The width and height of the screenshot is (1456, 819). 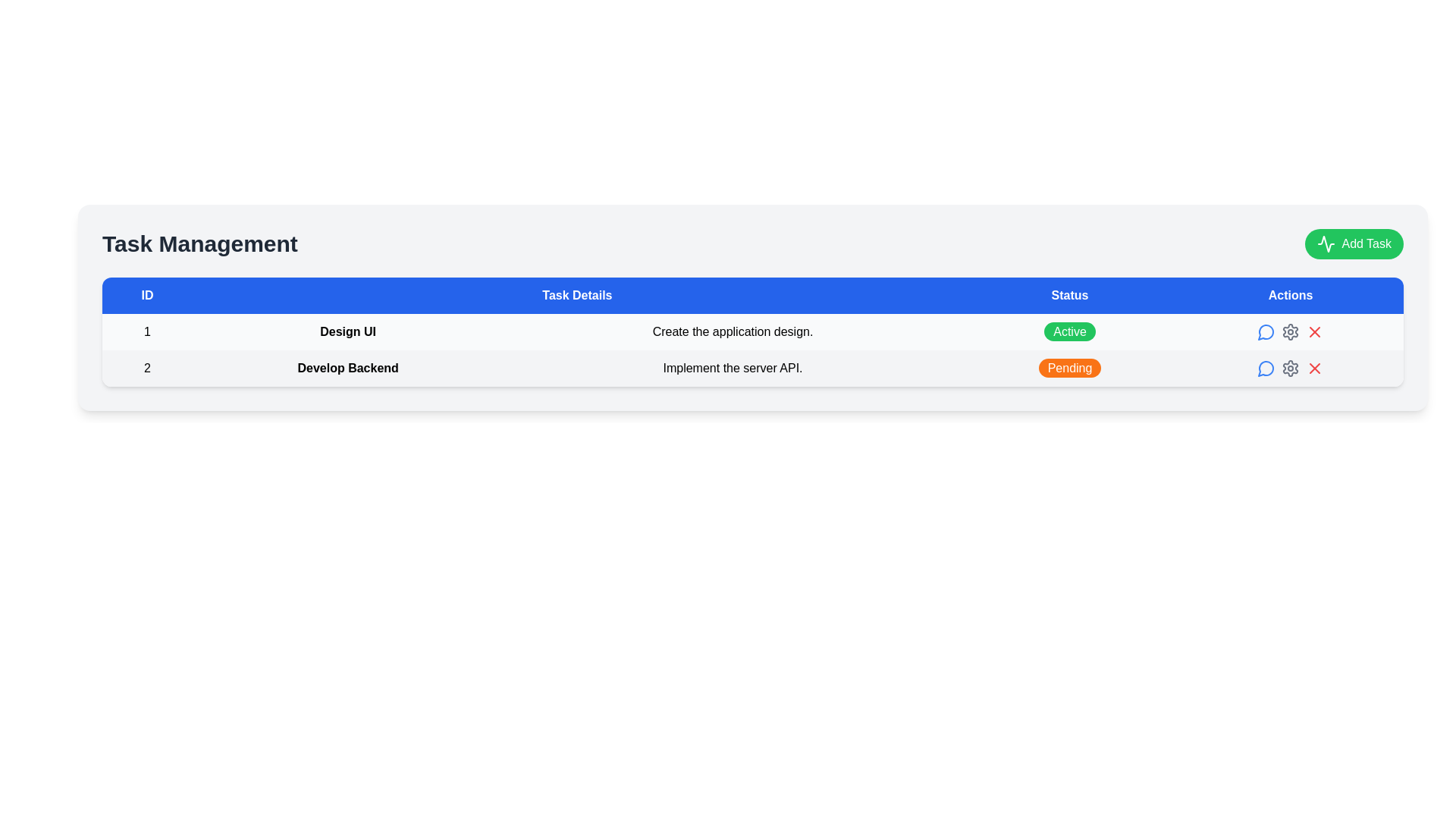 What do you see at coordinates (1266, 369) in the screenshot?
I see `the action button in the 'Actions' column of the task table for the second task titled 'Develop Backend'` at bounding box center [1266, 369].